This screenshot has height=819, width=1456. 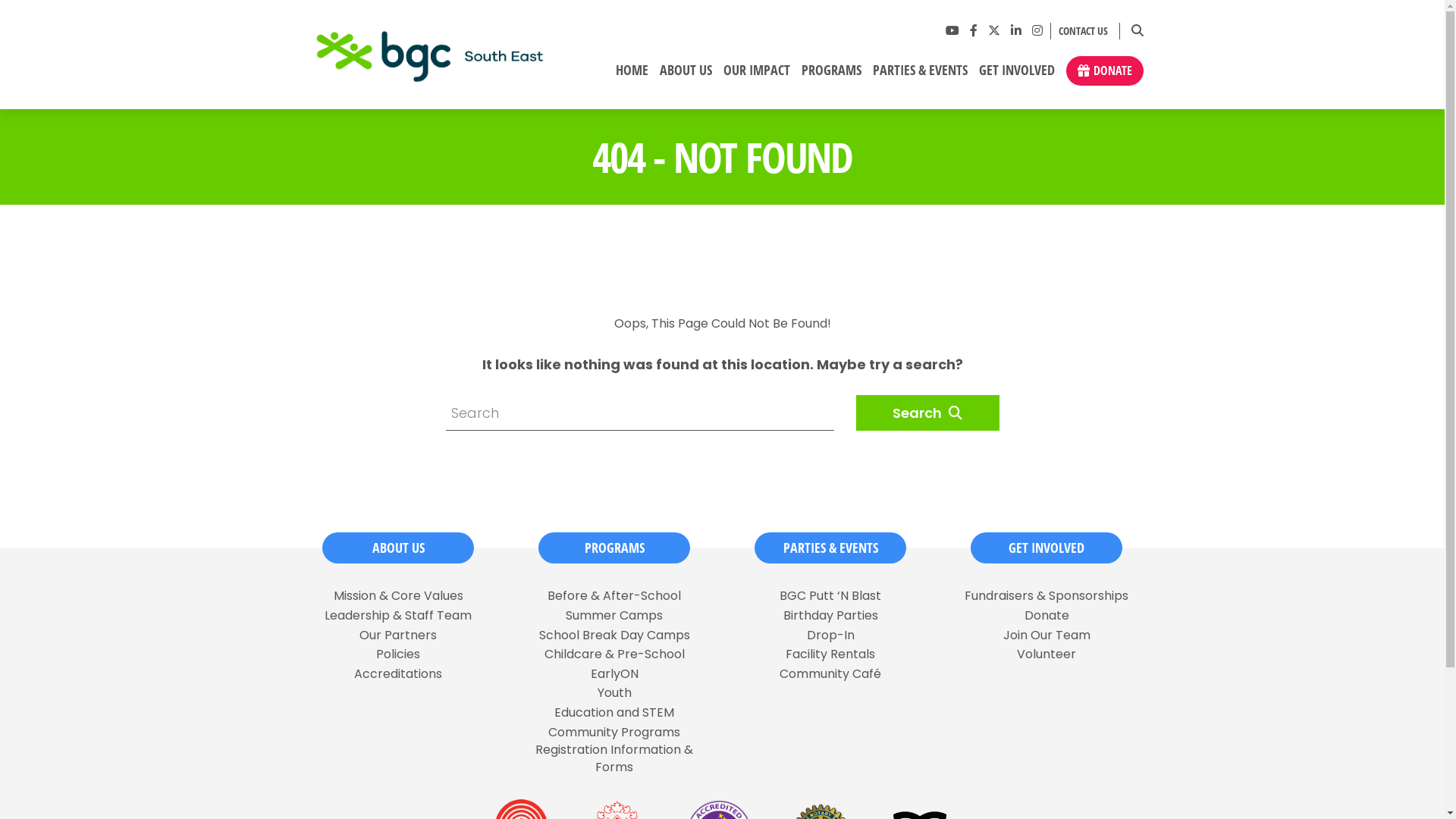 What do you see at coordinates (613, 758) in the screenshot?
I see `'Registration Information & Forms'` at bounding box center [613, 758].